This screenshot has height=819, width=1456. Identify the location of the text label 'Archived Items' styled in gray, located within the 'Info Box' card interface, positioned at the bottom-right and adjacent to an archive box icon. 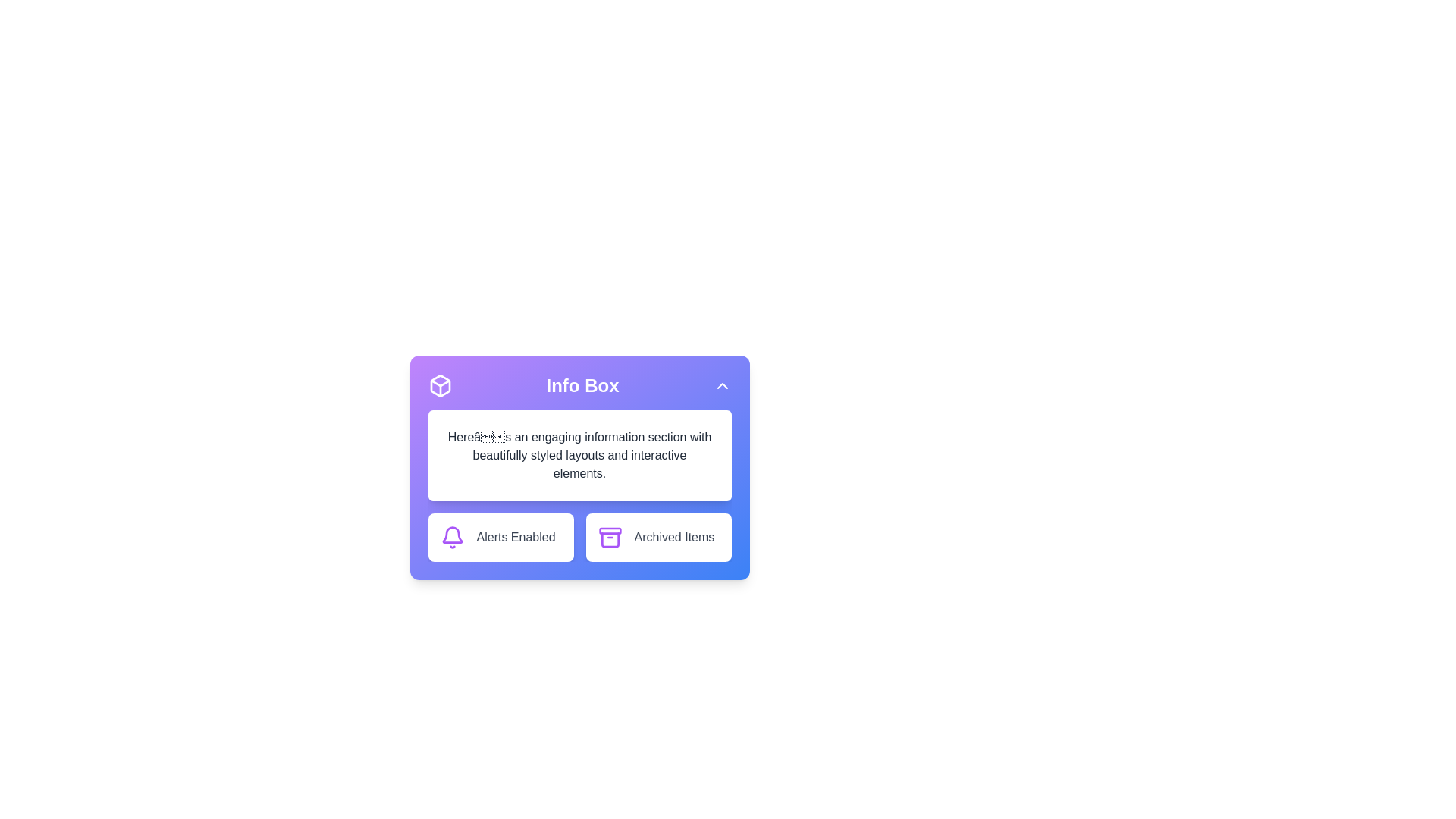
(673, 537).